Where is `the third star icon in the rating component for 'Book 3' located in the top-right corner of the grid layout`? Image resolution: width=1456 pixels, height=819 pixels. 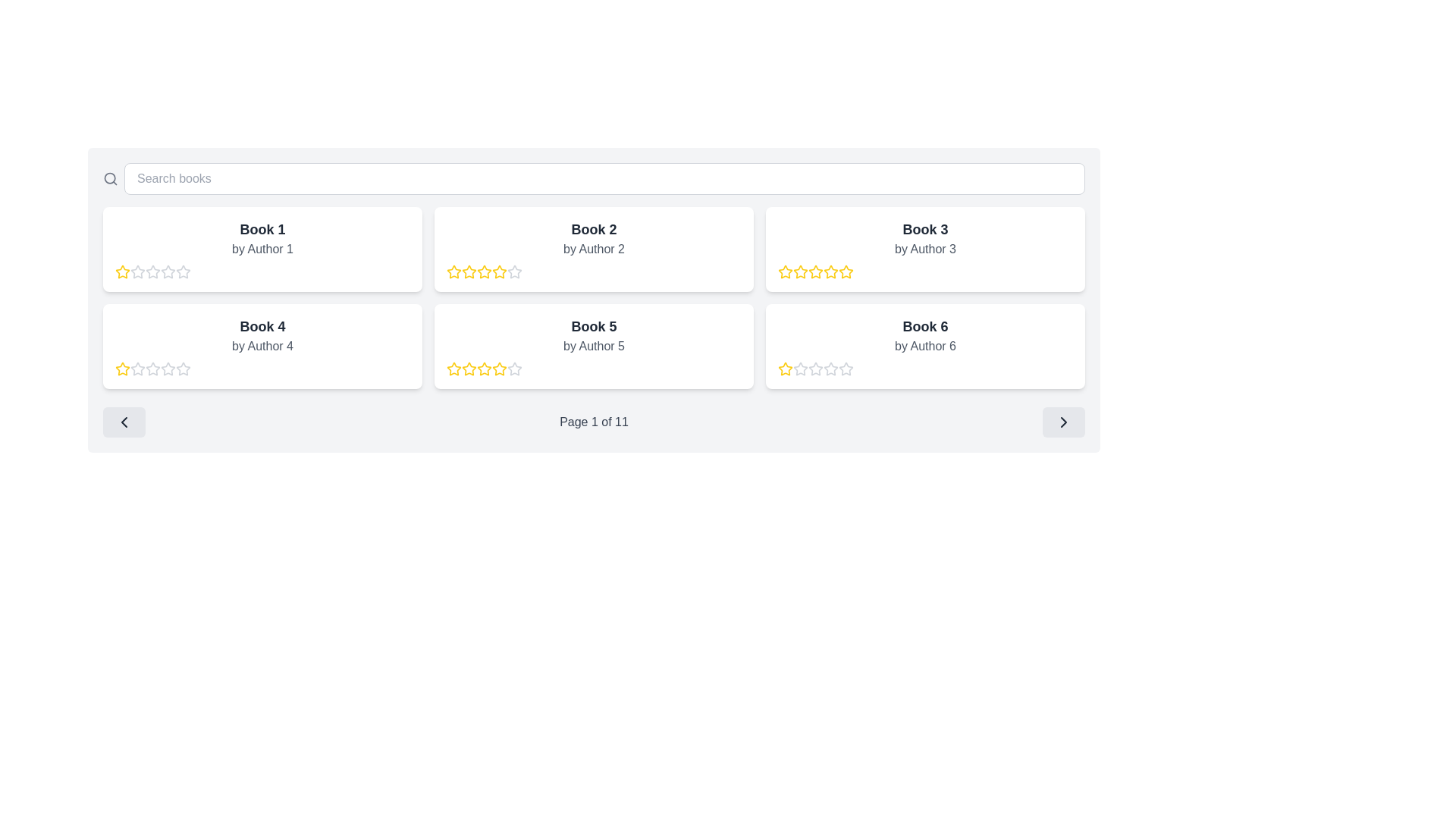
the third star icon in the rating component for 'Book 3' located in the top-right corner of the grid layout is located at coordinates (800, 271).